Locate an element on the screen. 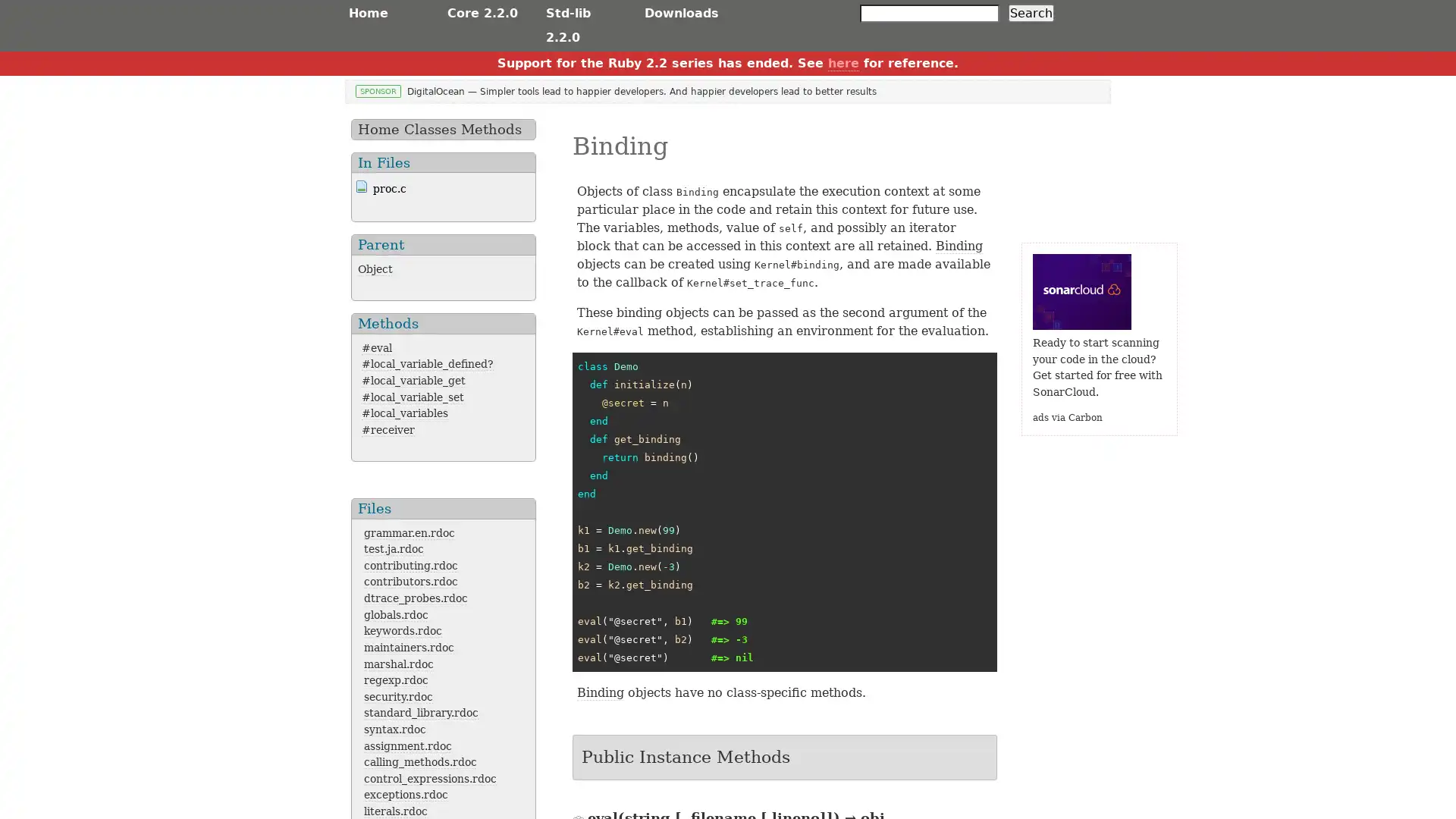 Image resolution: width=1456 pixels, height=819 pixels. Search is located at coordinates (1031, 13).